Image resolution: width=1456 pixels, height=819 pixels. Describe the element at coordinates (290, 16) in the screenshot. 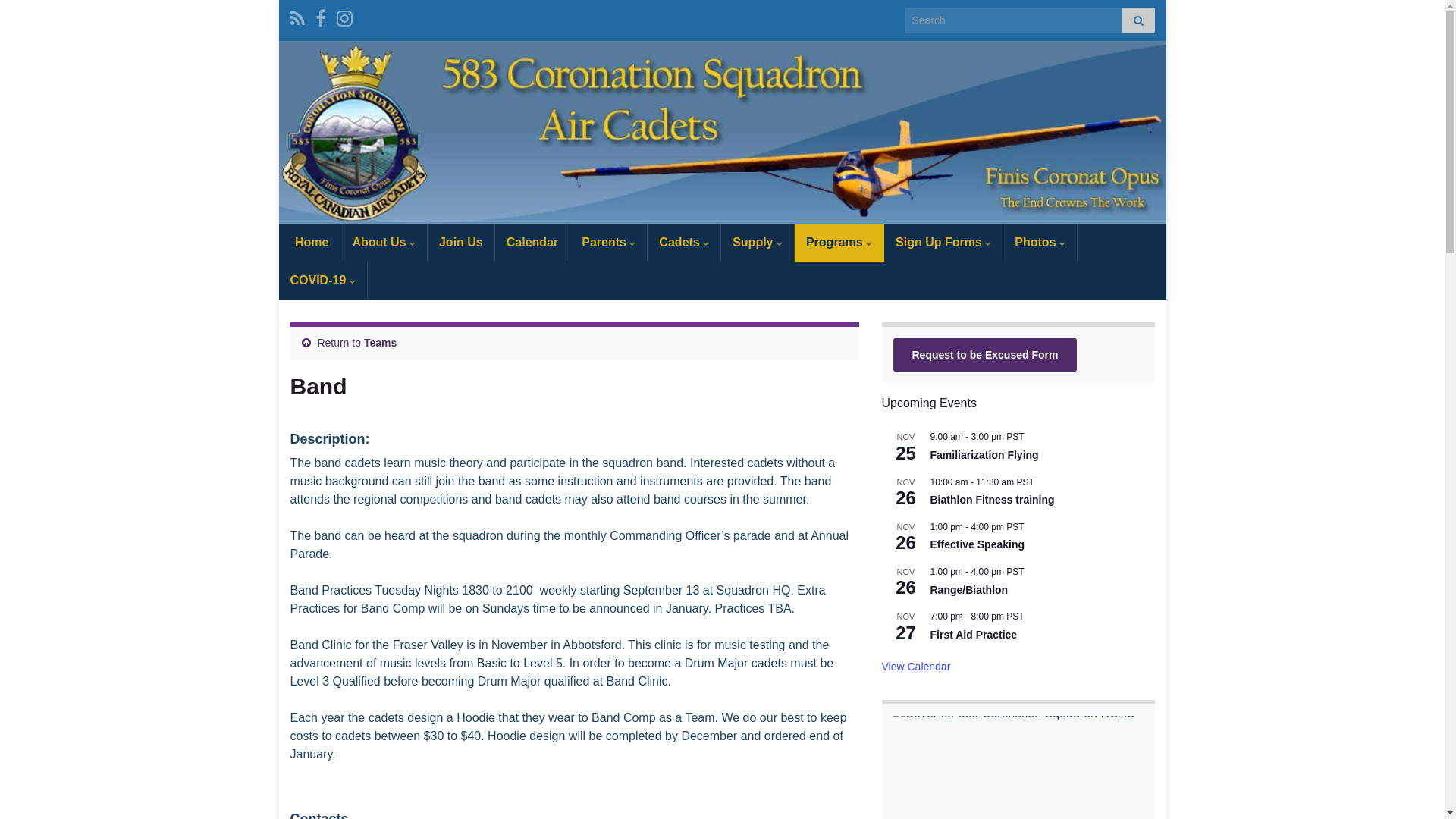

I see `'Subscribe to 583 Coronation Squadron's RSS feed'` at that location.